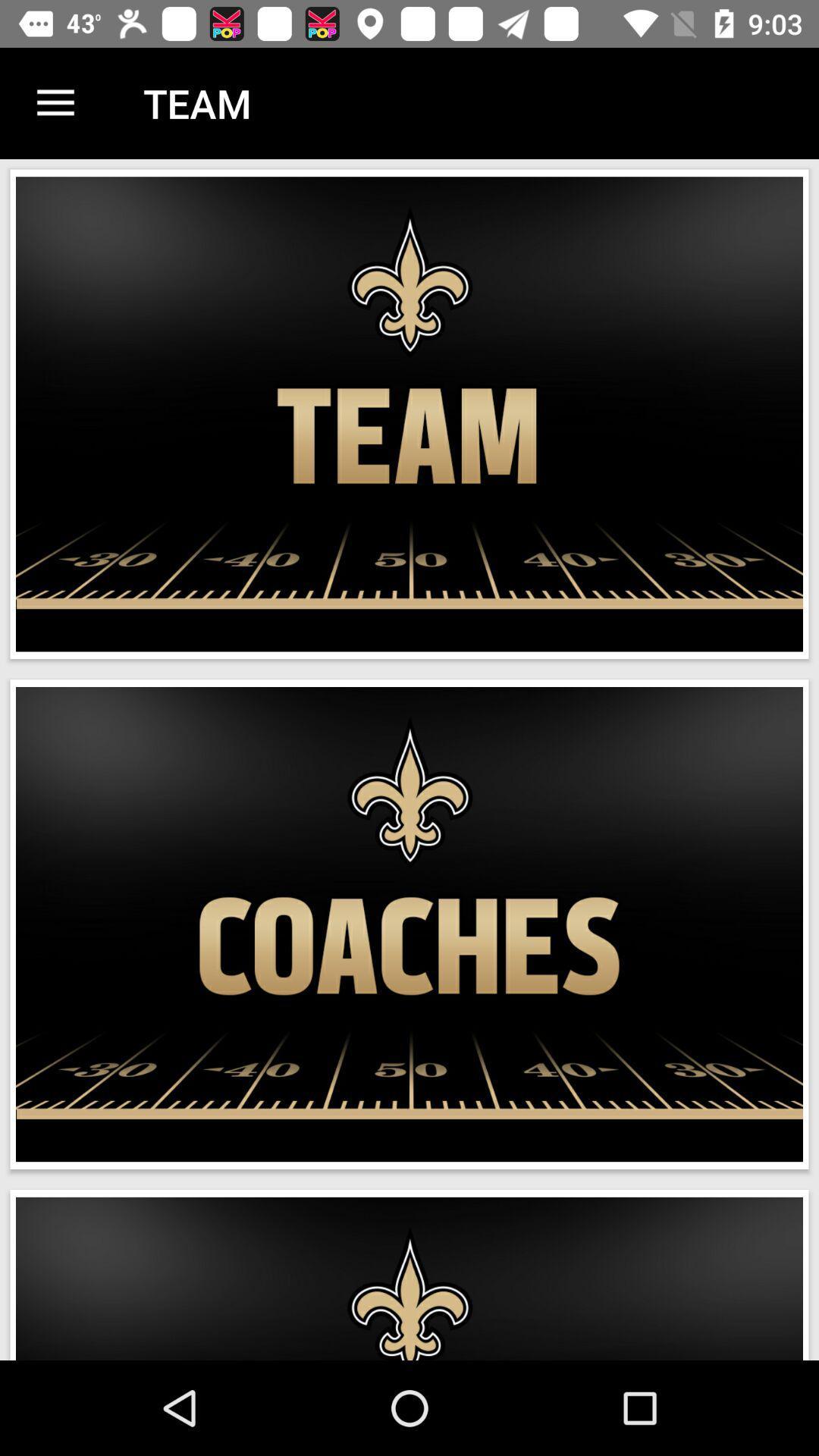 This screenshot has width=819, height=1456. I want to click on icon next to team icon, so click(55, 102).